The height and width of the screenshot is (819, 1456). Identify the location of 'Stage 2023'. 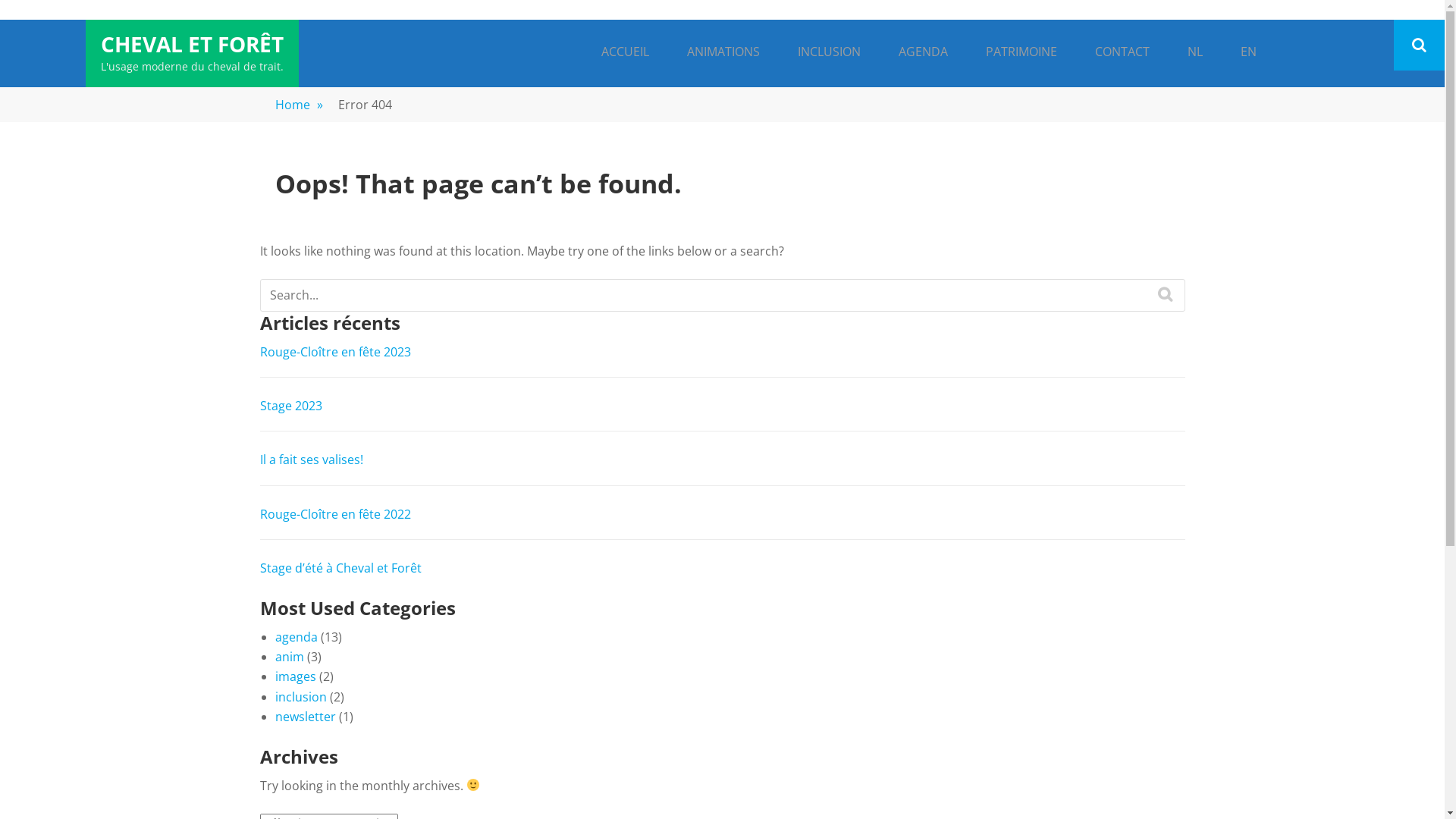
(259, 405).